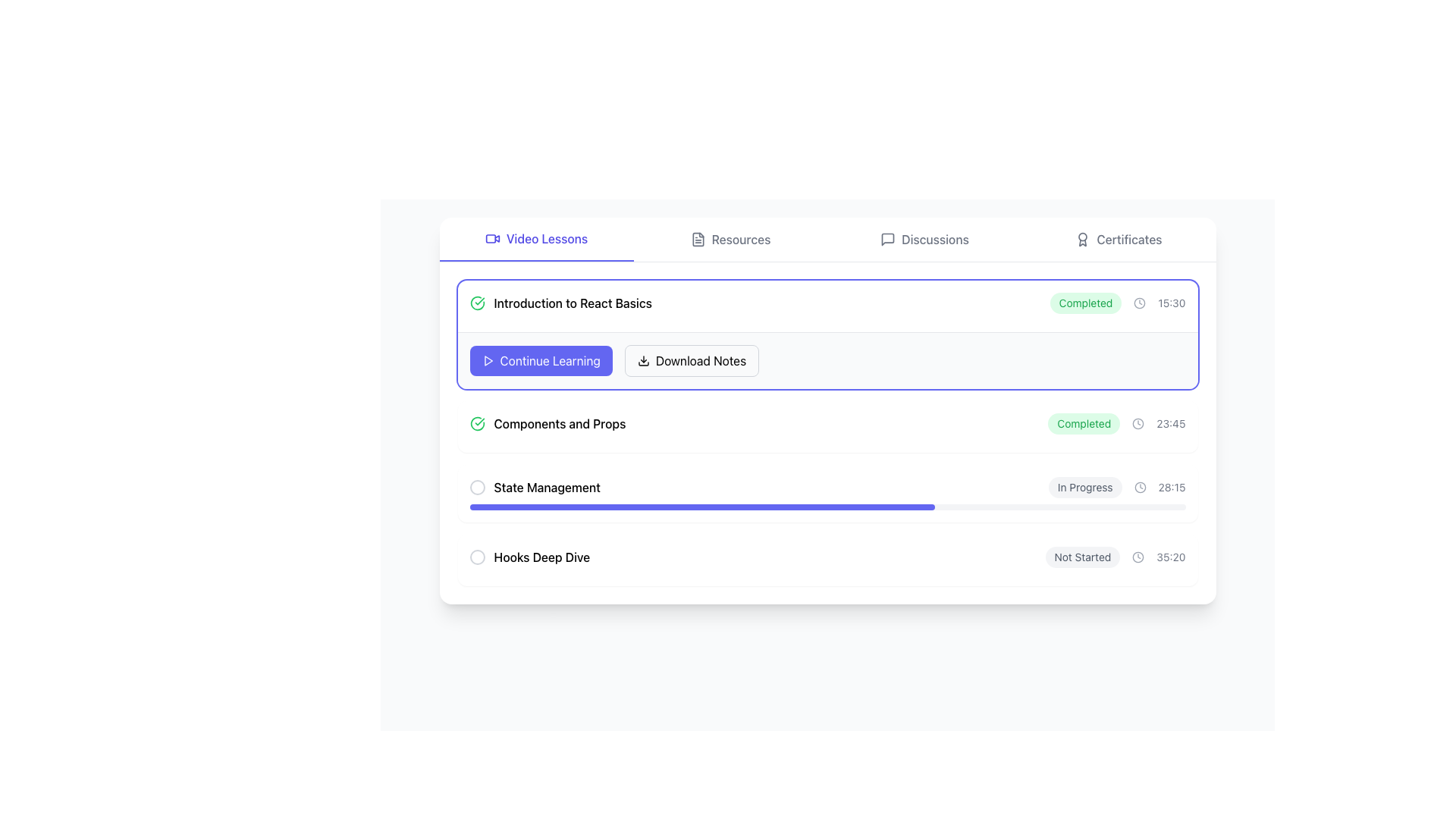 The height and width of the screenshot is (819, 1456). What do you see at coordinates (1140, 488) in the screenshot?
I see `the clock icon located in the 'State Management' row, which is positioned to the right of the 'In Progress' status tag and just before the time display '28:15'` at bounding box center [1140, 488].